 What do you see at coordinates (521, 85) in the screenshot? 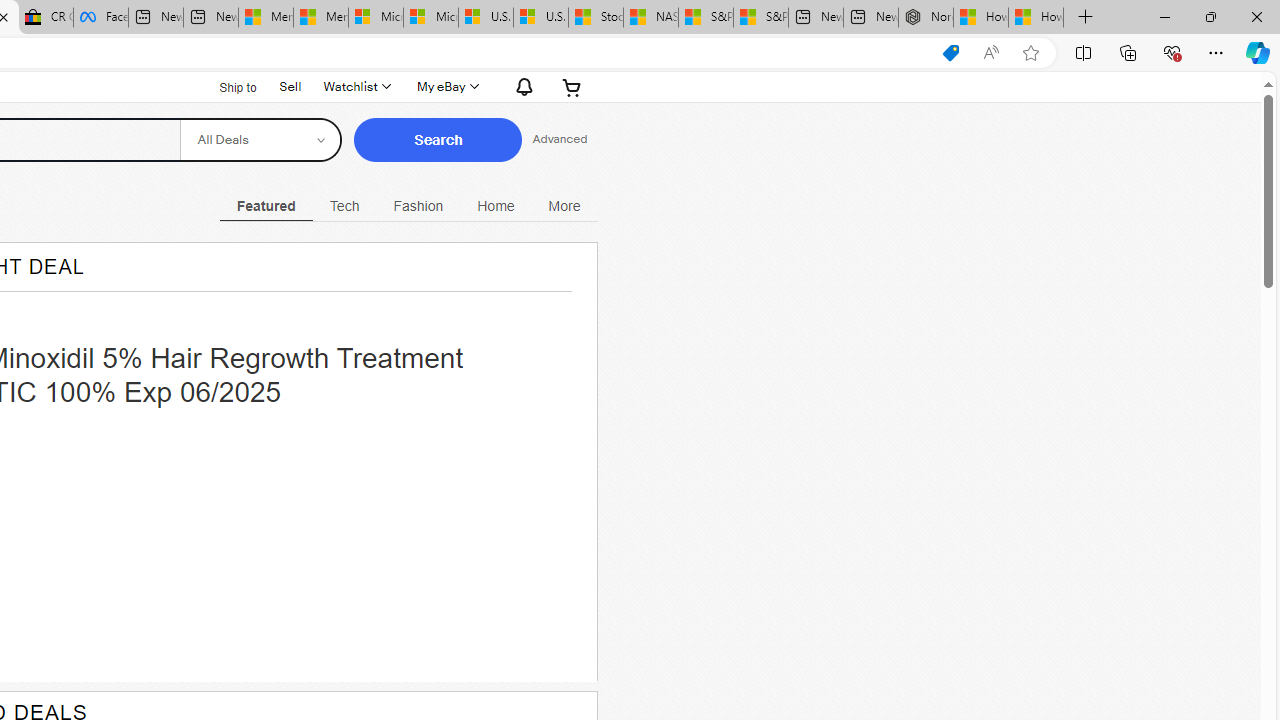
I see `'AutomationID: gh-eb-Alerts'` at bounding box center [521, 85].